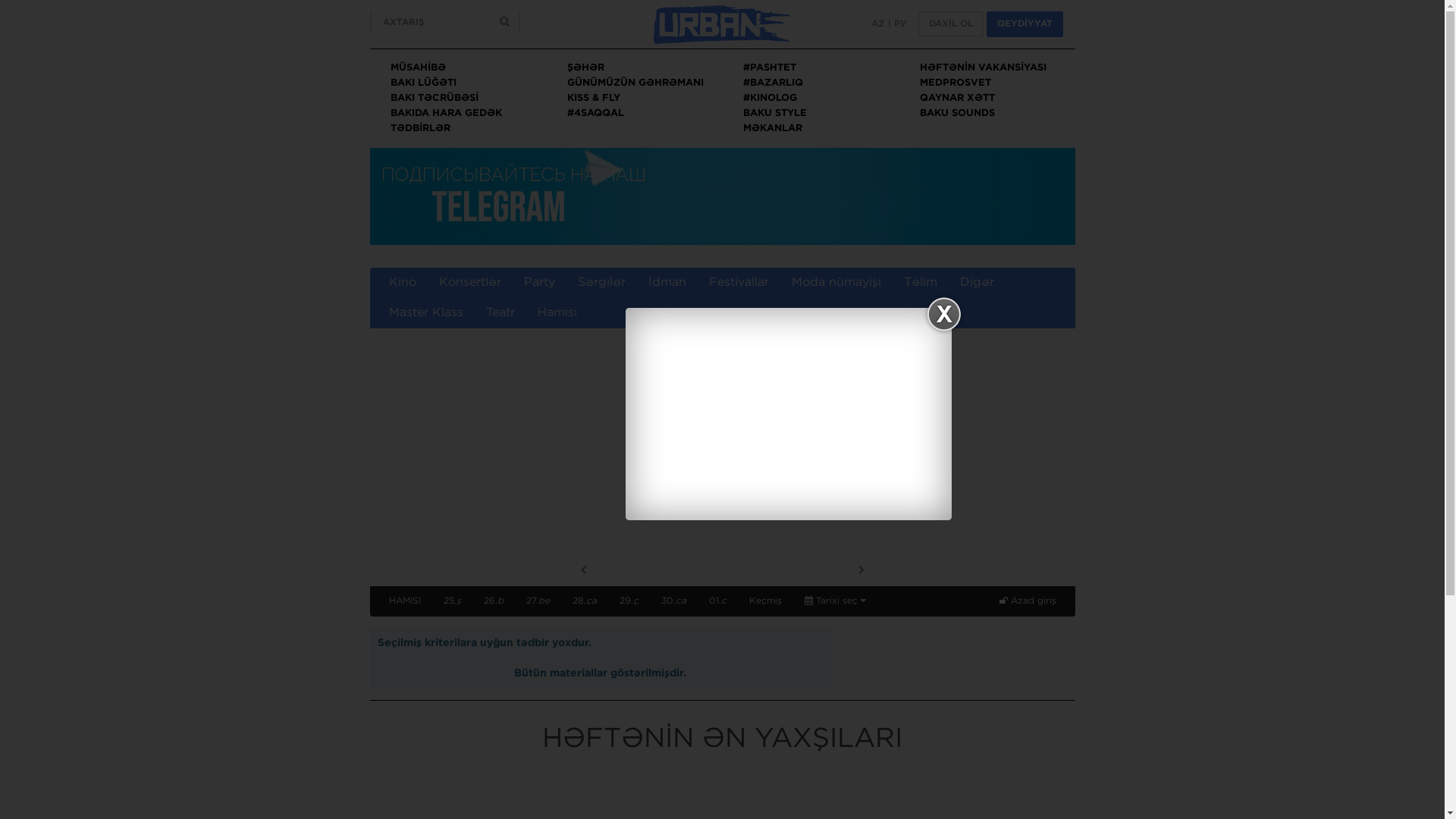 Image resolution: width=1456 pixels, height=819 pixels. Describe the element at coordinates (500, 312) in the screenshot. I see `'Teatr'` at that location.